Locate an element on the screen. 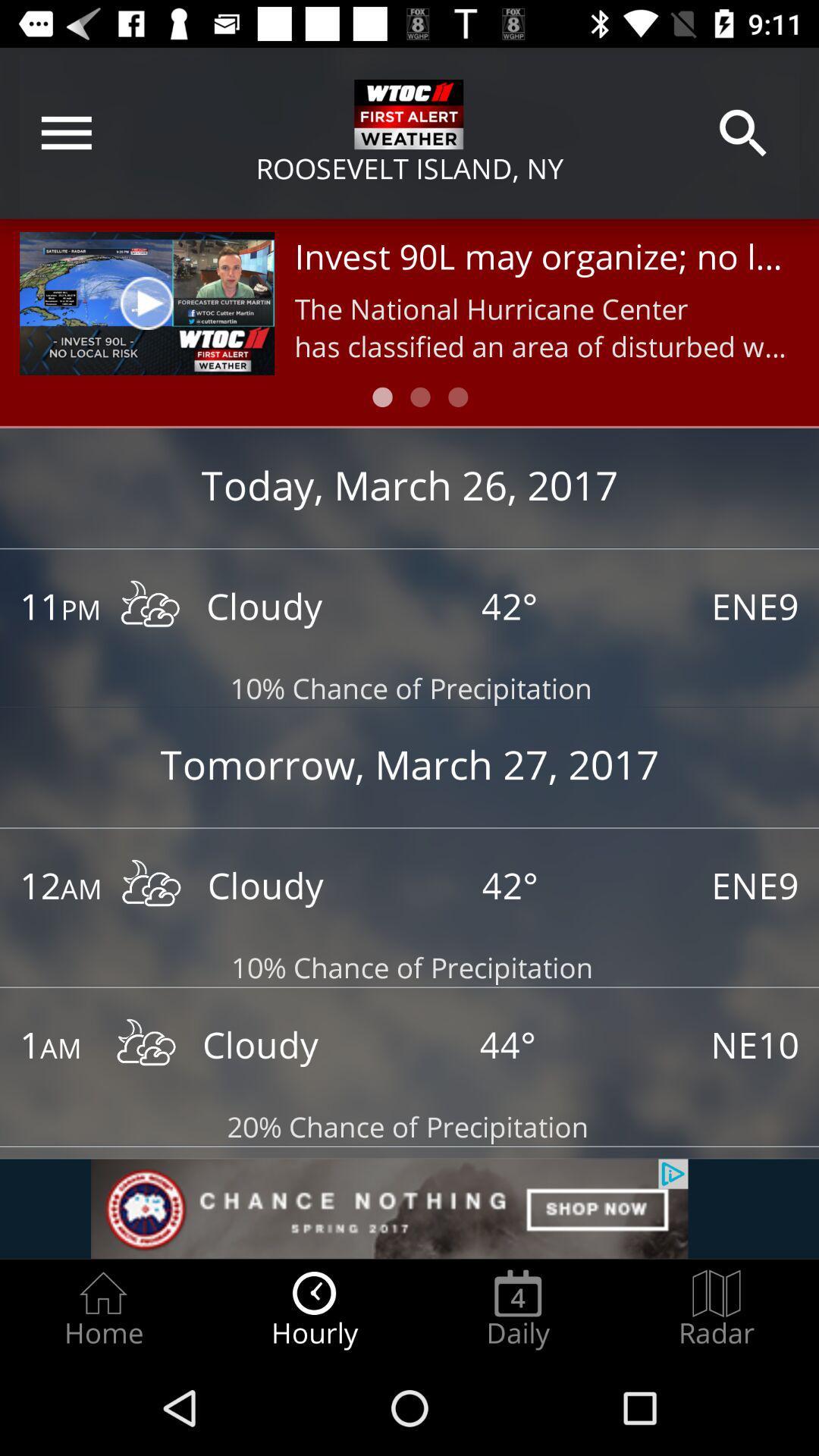  icon to the right of the daily is located at coordinates (717, 1309).